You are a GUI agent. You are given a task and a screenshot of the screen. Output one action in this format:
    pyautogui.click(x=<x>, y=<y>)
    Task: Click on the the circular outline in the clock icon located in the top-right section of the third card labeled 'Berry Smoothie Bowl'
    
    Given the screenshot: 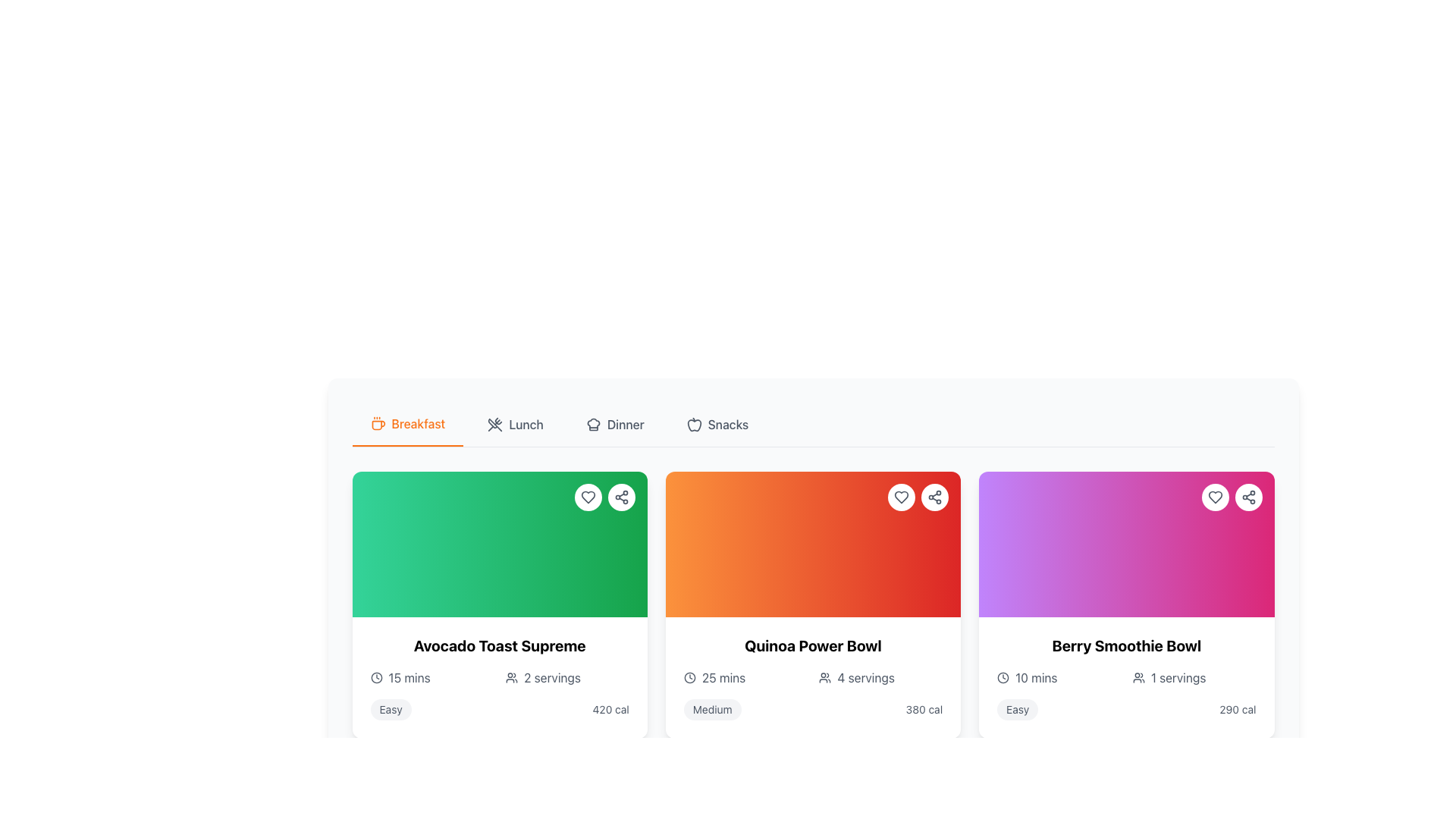 What is the action you would take?
    pyautogui.click(x=1003, y=677)
    